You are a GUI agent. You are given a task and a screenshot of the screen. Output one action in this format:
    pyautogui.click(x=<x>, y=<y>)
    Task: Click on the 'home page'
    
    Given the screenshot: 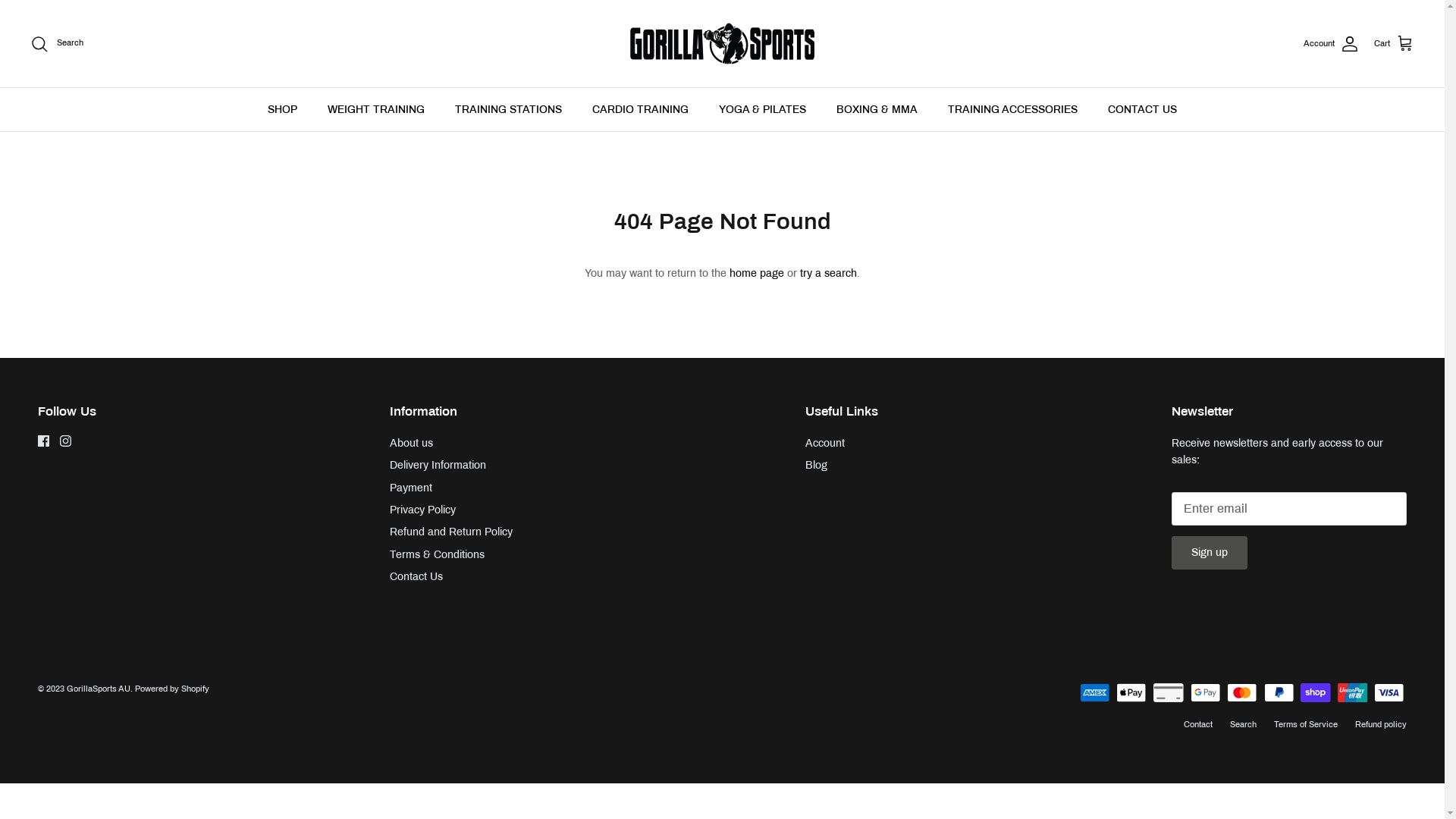 What is the action you would take?
    pyautogui.click(x=757, y=273)
    